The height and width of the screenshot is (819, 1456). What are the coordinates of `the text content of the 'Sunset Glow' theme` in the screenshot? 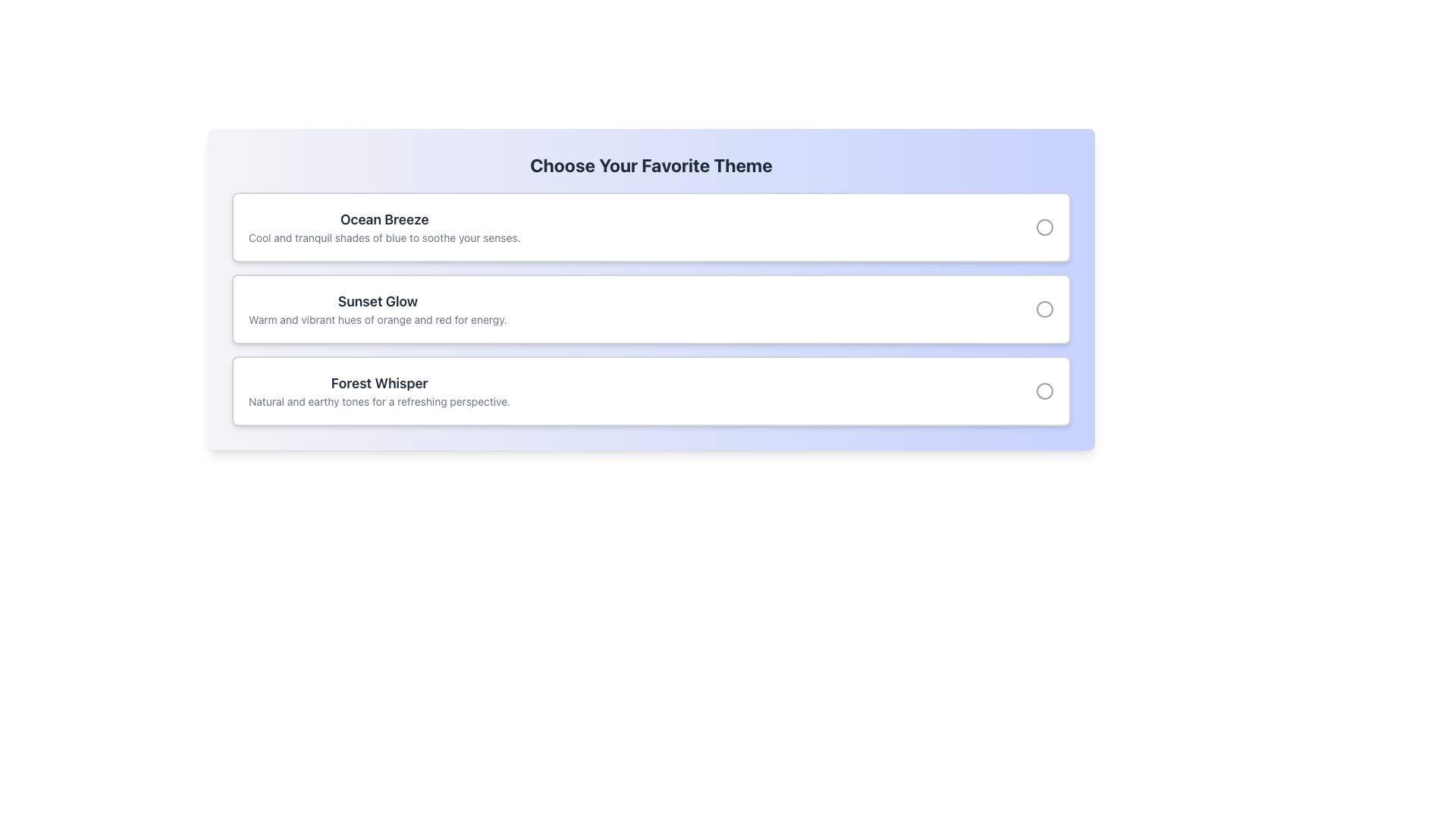 It's located at (378, 309).